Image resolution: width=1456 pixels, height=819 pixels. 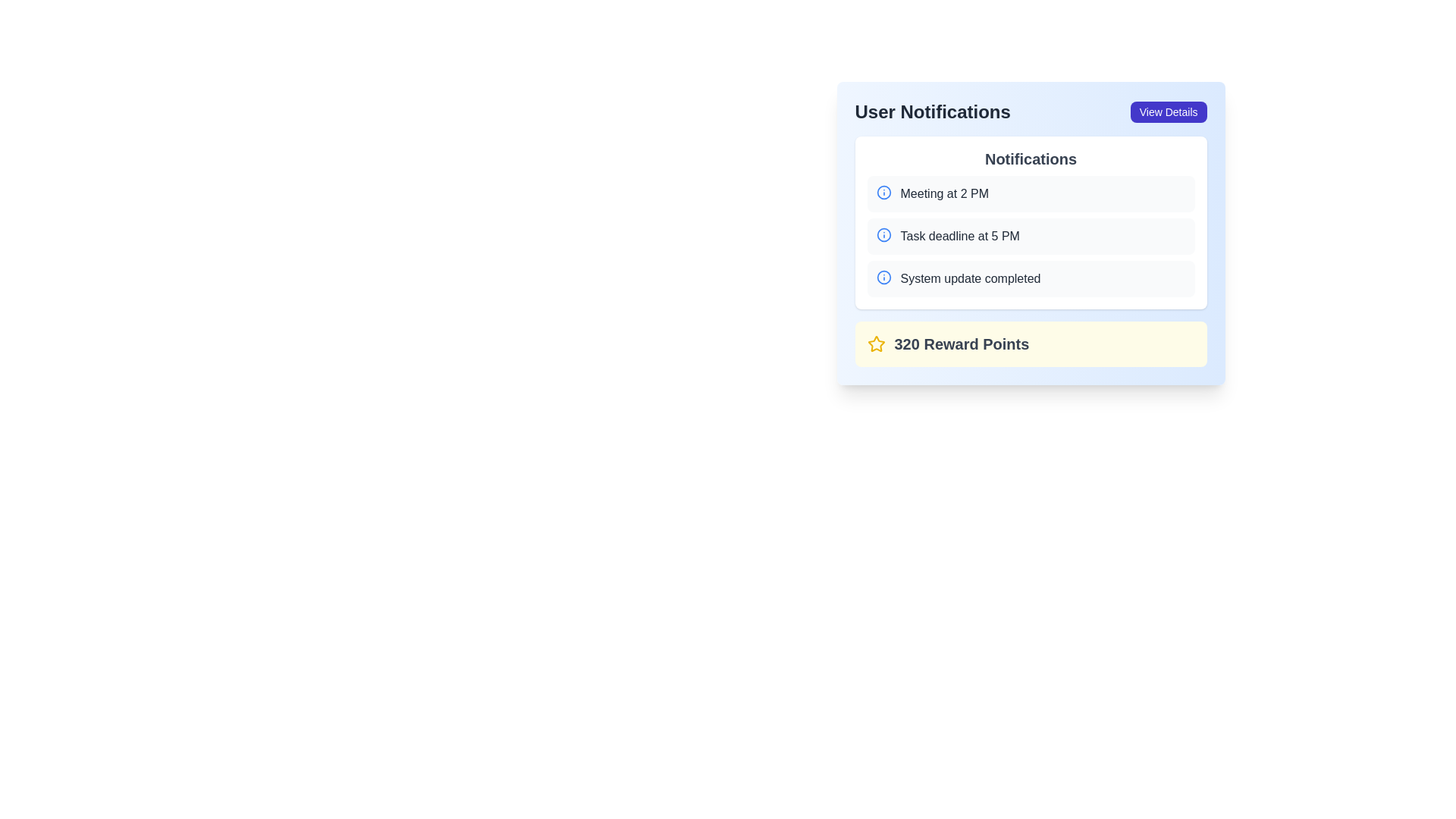 What do you see at coordinates (971, 278) in the screenshot?
I see `the static text displaying 'System update completed' in the Notifications panel, which is styled in dark gray and located in the third row of the list` at bounding box center [971, 278].